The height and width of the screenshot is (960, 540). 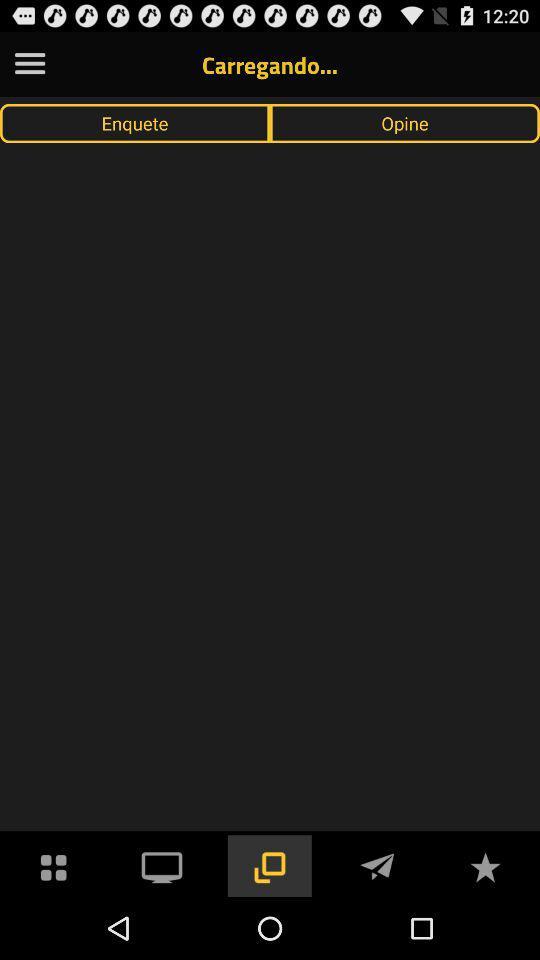 I want to click on the menu icon, so click(x=29, y=68).